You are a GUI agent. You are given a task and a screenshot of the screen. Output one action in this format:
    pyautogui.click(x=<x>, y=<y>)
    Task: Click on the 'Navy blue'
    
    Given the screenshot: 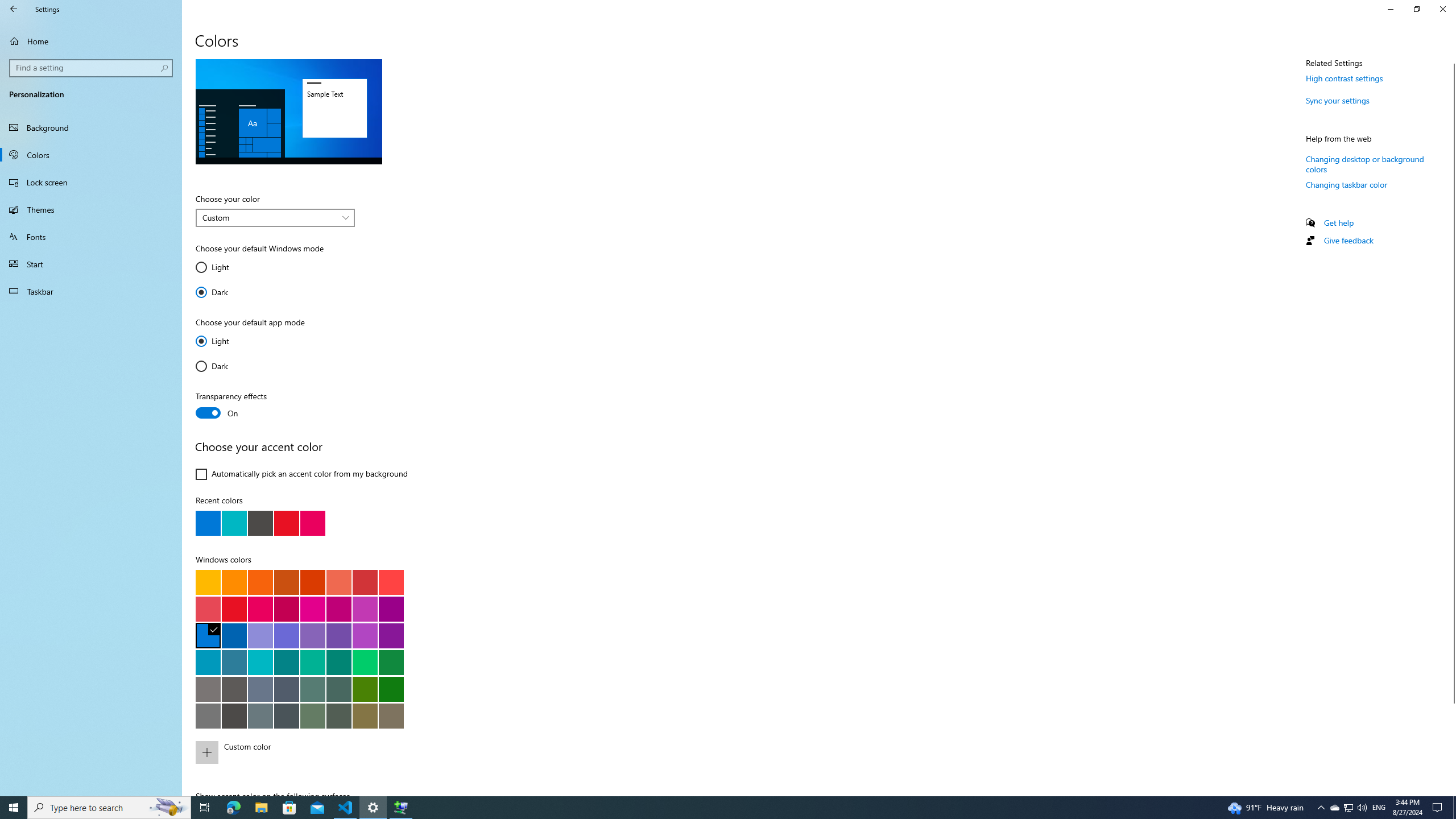 What is the action you would take?
    pyautogui.click(x=234, y=635)
    